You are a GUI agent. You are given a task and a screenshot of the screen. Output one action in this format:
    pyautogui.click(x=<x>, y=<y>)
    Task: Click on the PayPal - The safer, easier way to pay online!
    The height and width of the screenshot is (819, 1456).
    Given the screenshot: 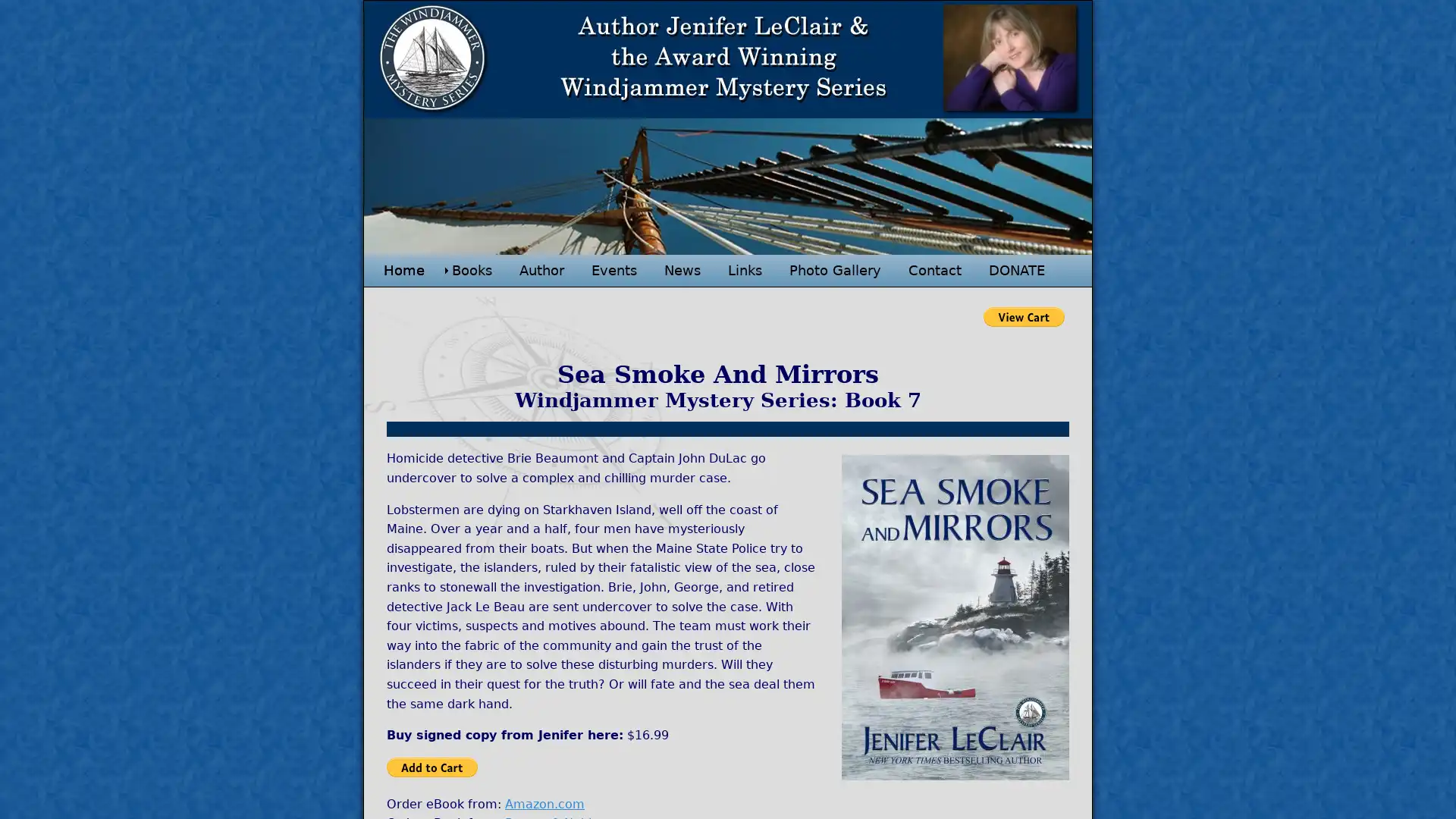 What is the action you would take?
    pyautogui.click(x=431, y=766)
    